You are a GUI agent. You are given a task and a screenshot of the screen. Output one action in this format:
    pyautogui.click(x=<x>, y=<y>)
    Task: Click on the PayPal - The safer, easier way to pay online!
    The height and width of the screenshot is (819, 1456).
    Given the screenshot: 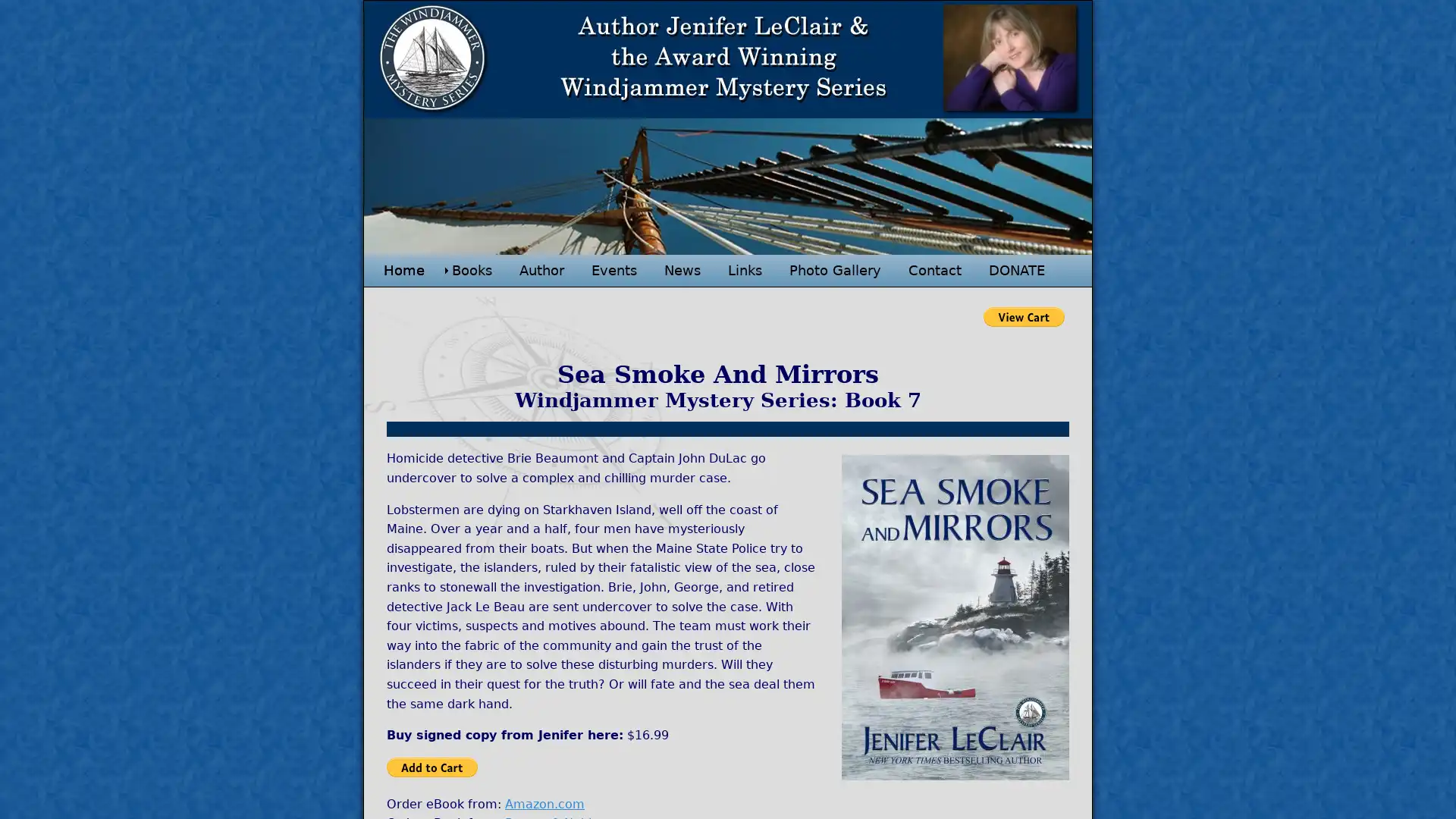 What is the action you would take?
    pyautogui.click(x=431, y=766)
    